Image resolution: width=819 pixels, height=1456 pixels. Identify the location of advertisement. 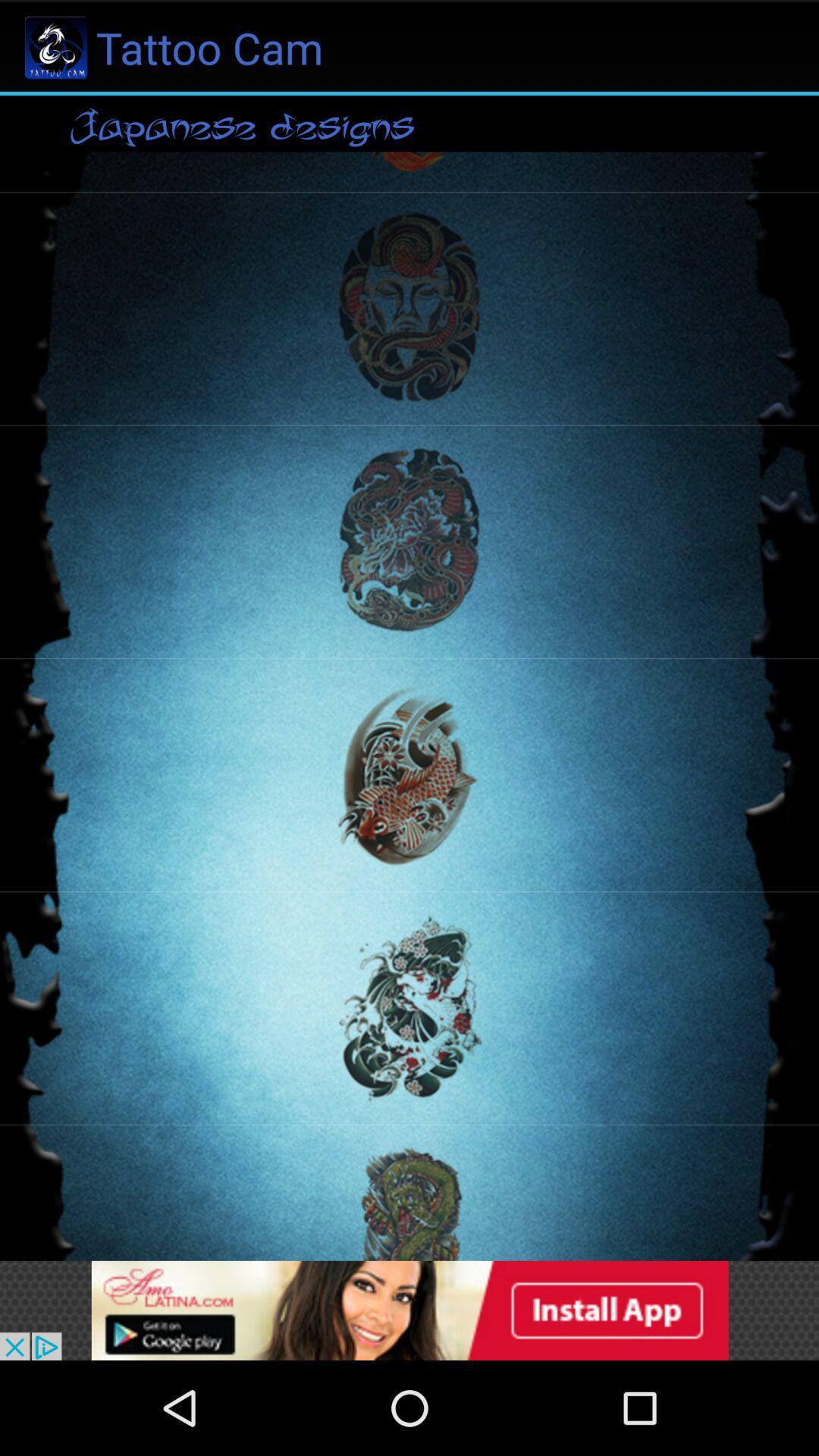
(409, 1310).